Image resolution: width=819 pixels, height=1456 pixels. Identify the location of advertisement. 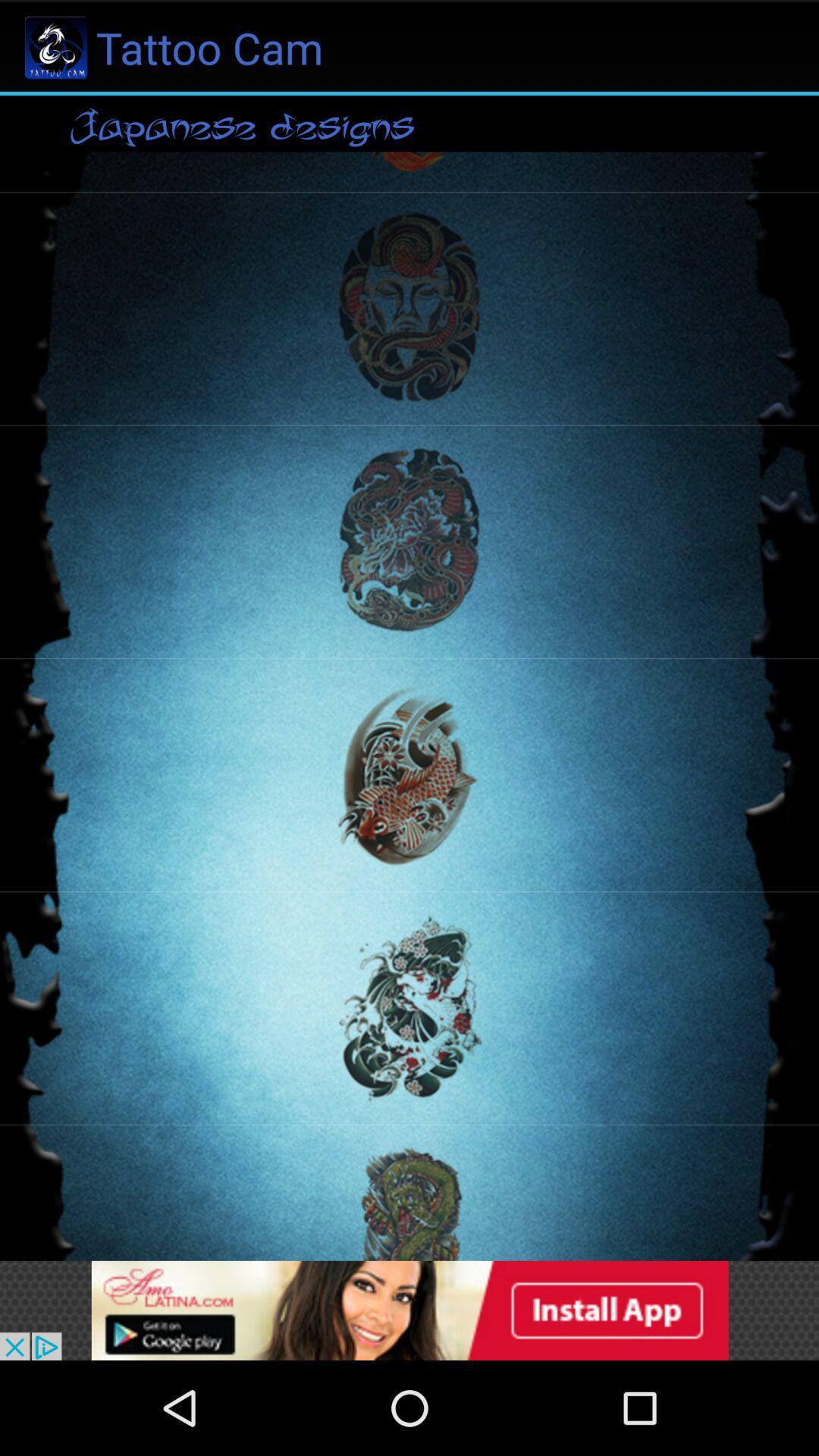
(409, 1310).